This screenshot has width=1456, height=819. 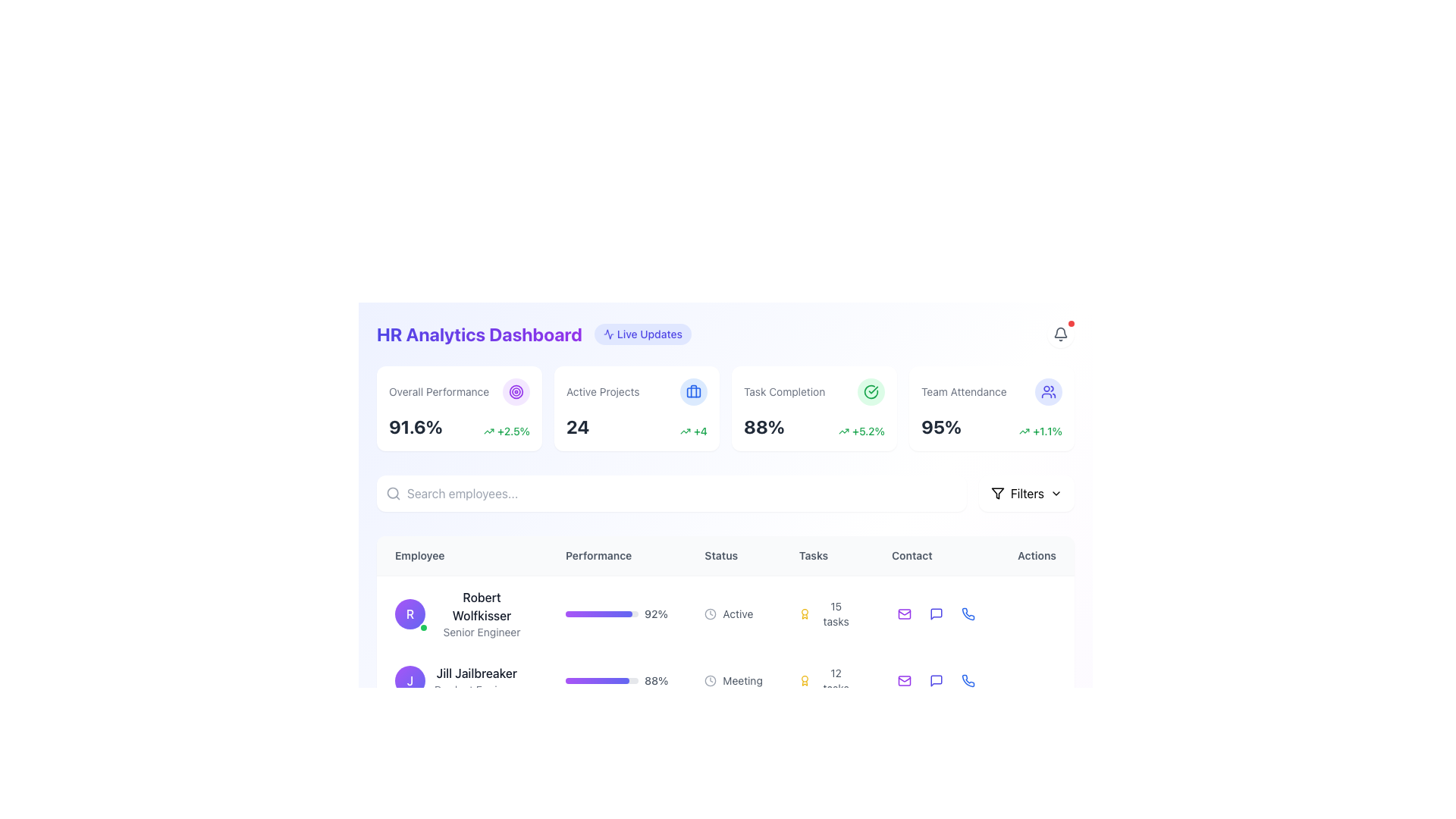 I want to click on the status indicator located at the bottom-right corner, which displays the text 'J.', so click(x=423, y=694).